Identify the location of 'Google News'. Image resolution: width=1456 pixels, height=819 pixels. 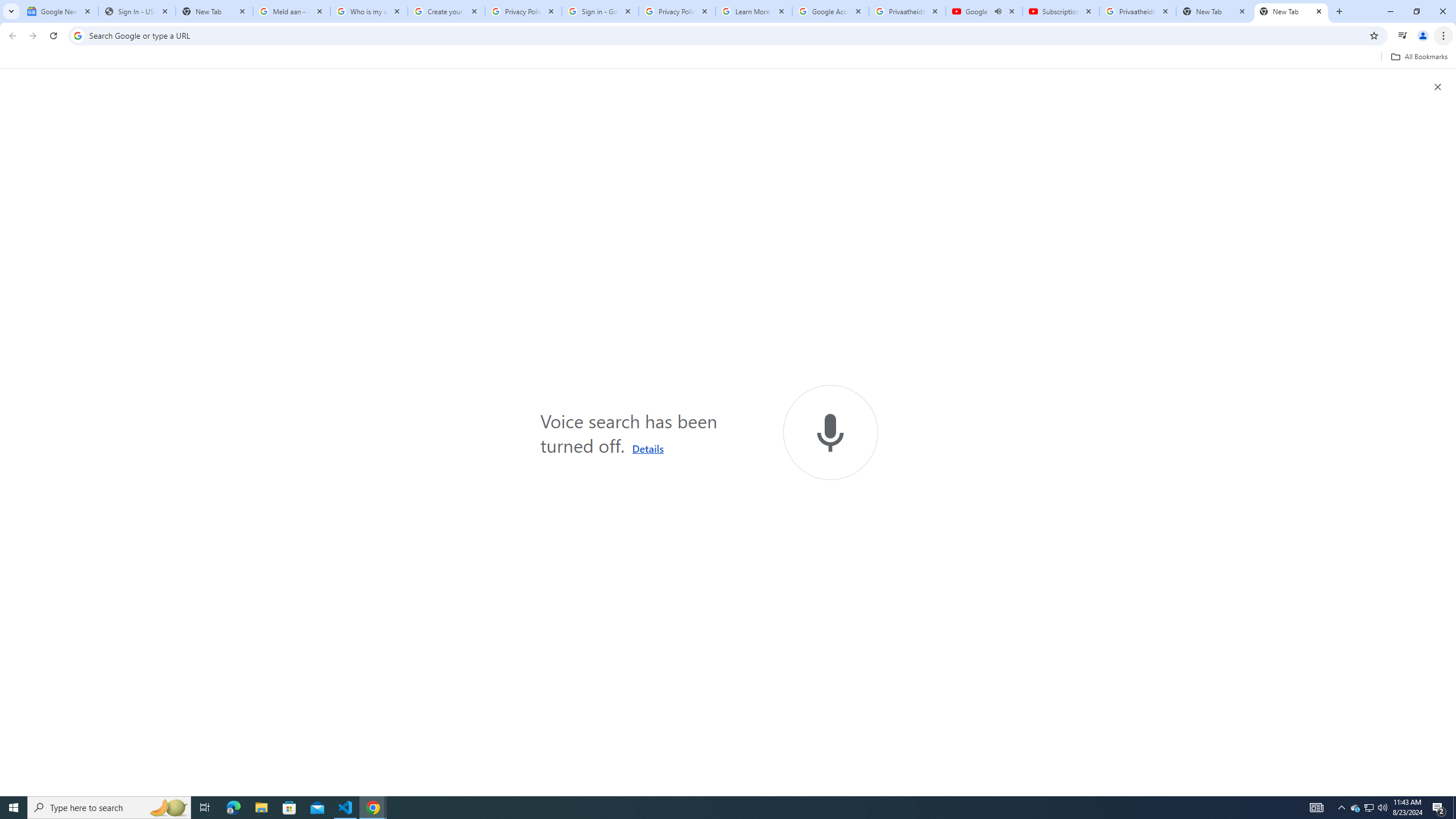
(59, 11).